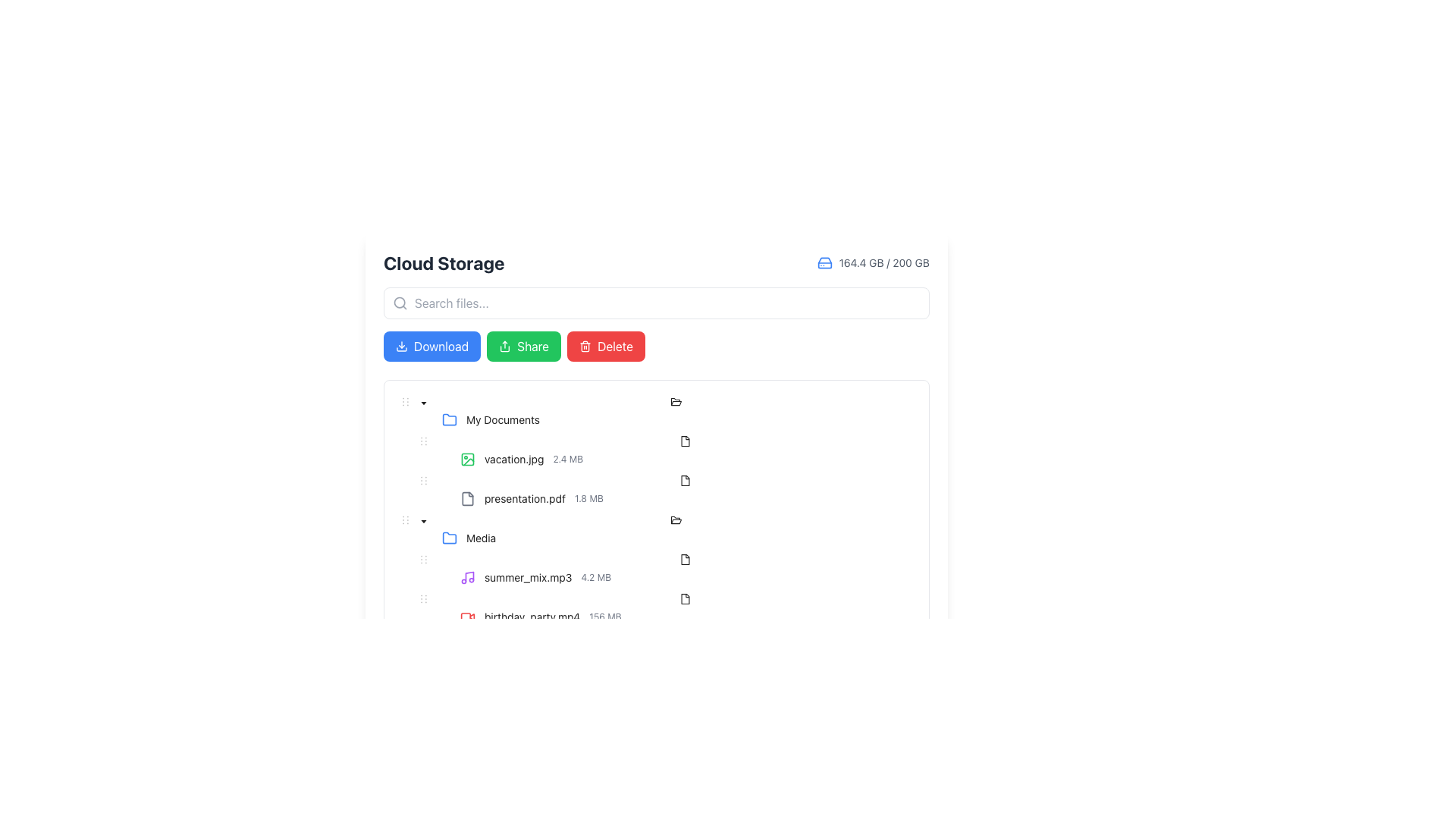 Image resolution: width=1456 pixels, height=819 pixels. I want to click on the Collapse/Expand toggle button located to the immediate left of the 'My Documents' folder text, so click(423, 411).